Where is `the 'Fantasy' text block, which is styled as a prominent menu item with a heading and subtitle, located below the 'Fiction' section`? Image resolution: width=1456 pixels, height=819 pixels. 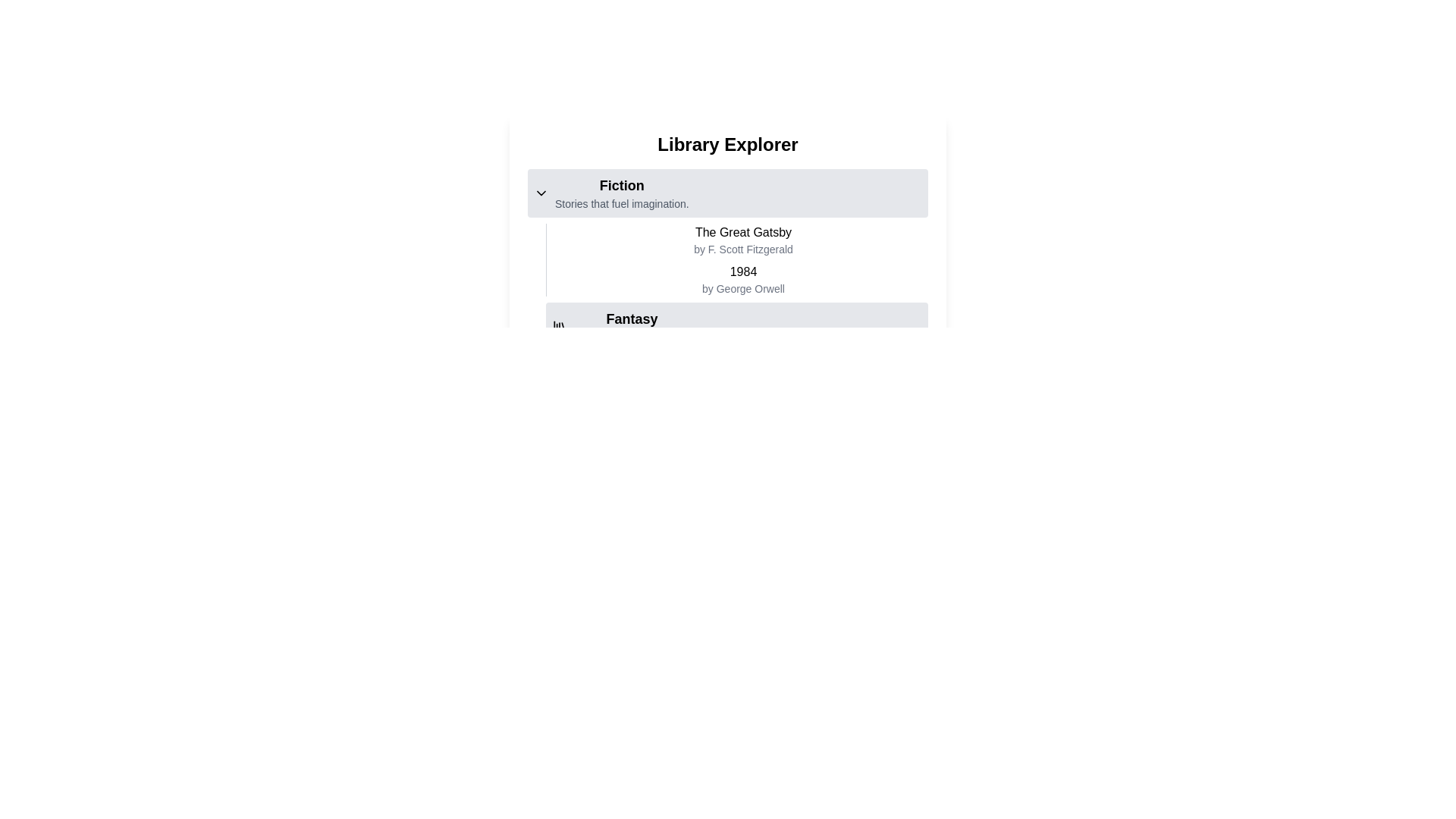 the 'Fantasy' text block, which is styled as a prominent menu item with a heading and subtitle, located below the 'Fiction' section is located at coordinates (632, 326).